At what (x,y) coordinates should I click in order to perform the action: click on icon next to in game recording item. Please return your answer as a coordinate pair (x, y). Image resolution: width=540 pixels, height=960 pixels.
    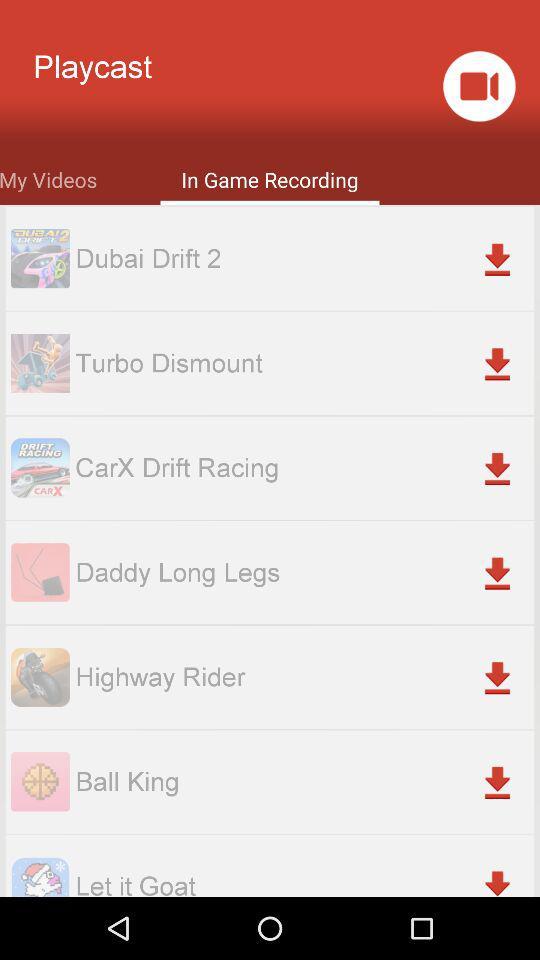
    Looking at the image, I should click on (48, 177).